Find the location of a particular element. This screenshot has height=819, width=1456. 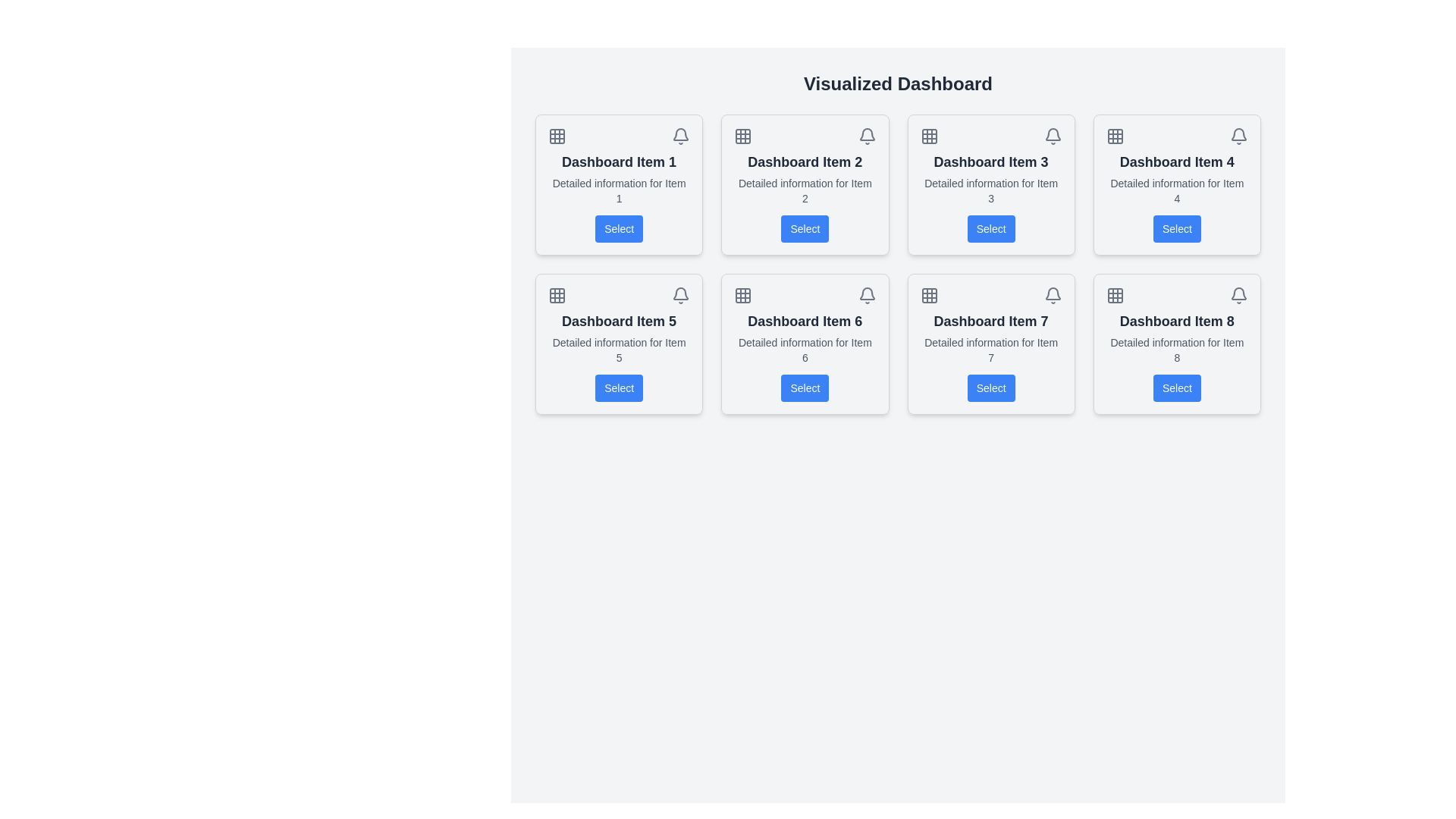

the small square grid icon with rounded corners, highlighted in red, located at the top-left corner of the card labeled 'Dashboard Item 2' is located at coordinates (743, 136).